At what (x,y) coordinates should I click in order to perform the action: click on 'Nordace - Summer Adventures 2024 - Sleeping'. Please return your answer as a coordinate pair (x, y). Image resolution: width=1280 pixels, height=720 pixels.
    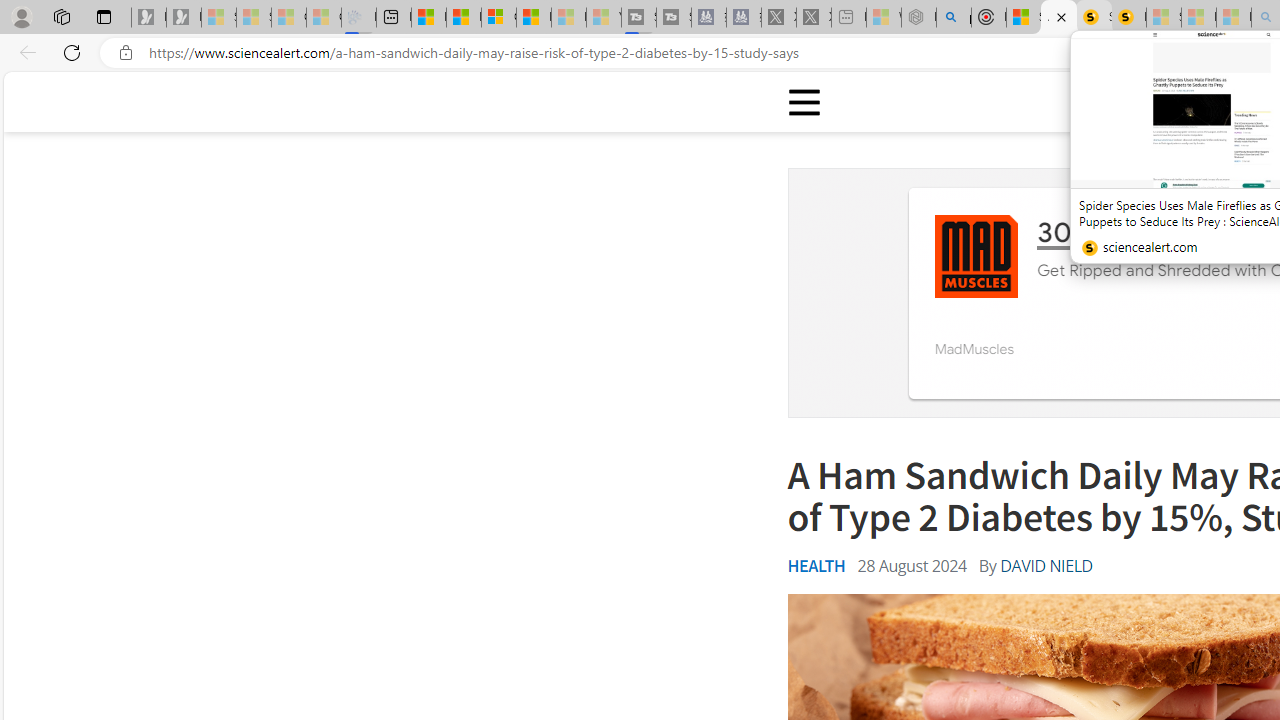
    Looking at the image, I should click on (918, 17).